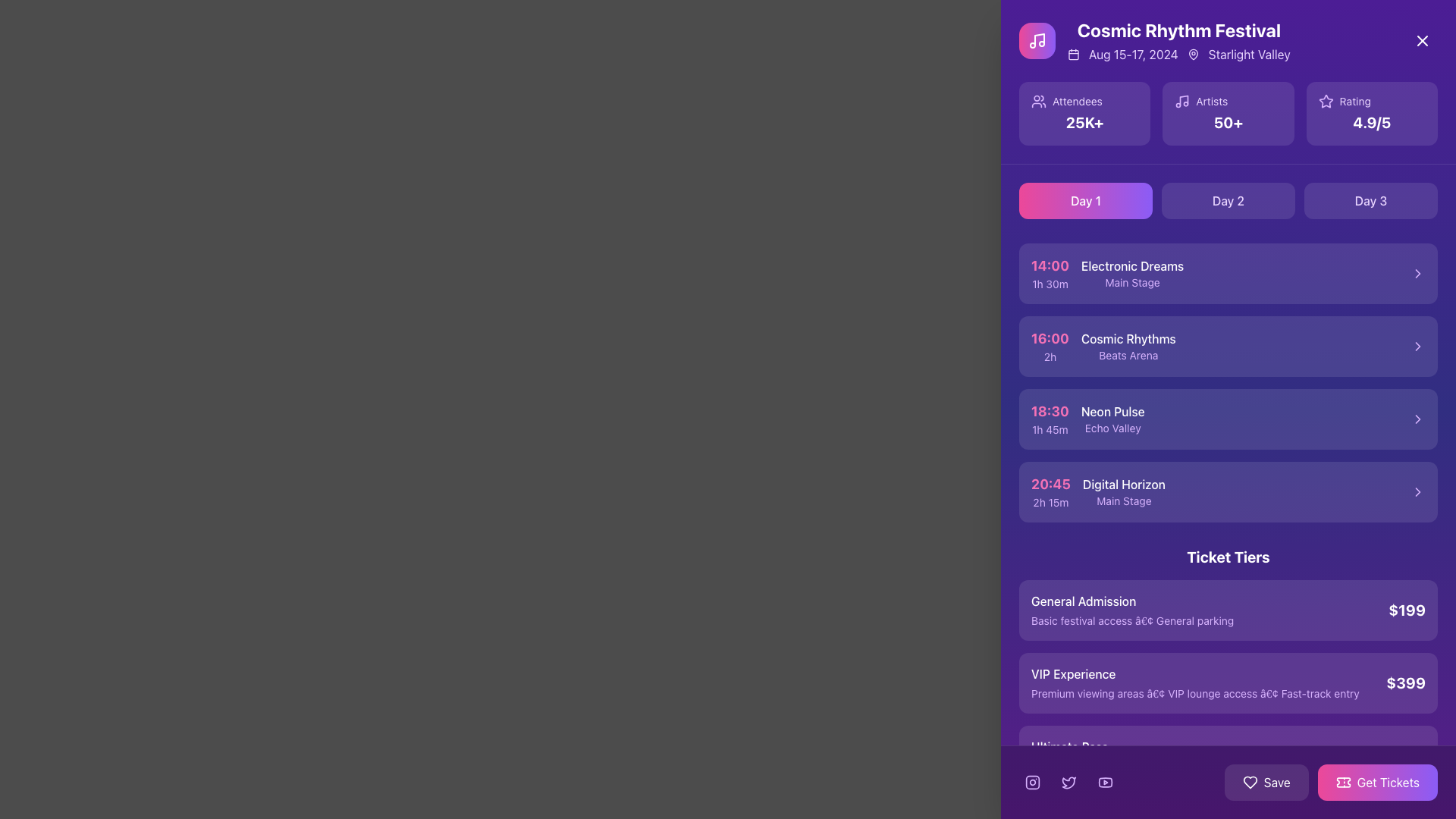  What do you see at coordinates (1032, 783) in the screenshot?
I see `the small purple Instagram logo icon, which resembles a stylized camera, located at the bottom of the right-side panel` at bounding box center [1032, 783].